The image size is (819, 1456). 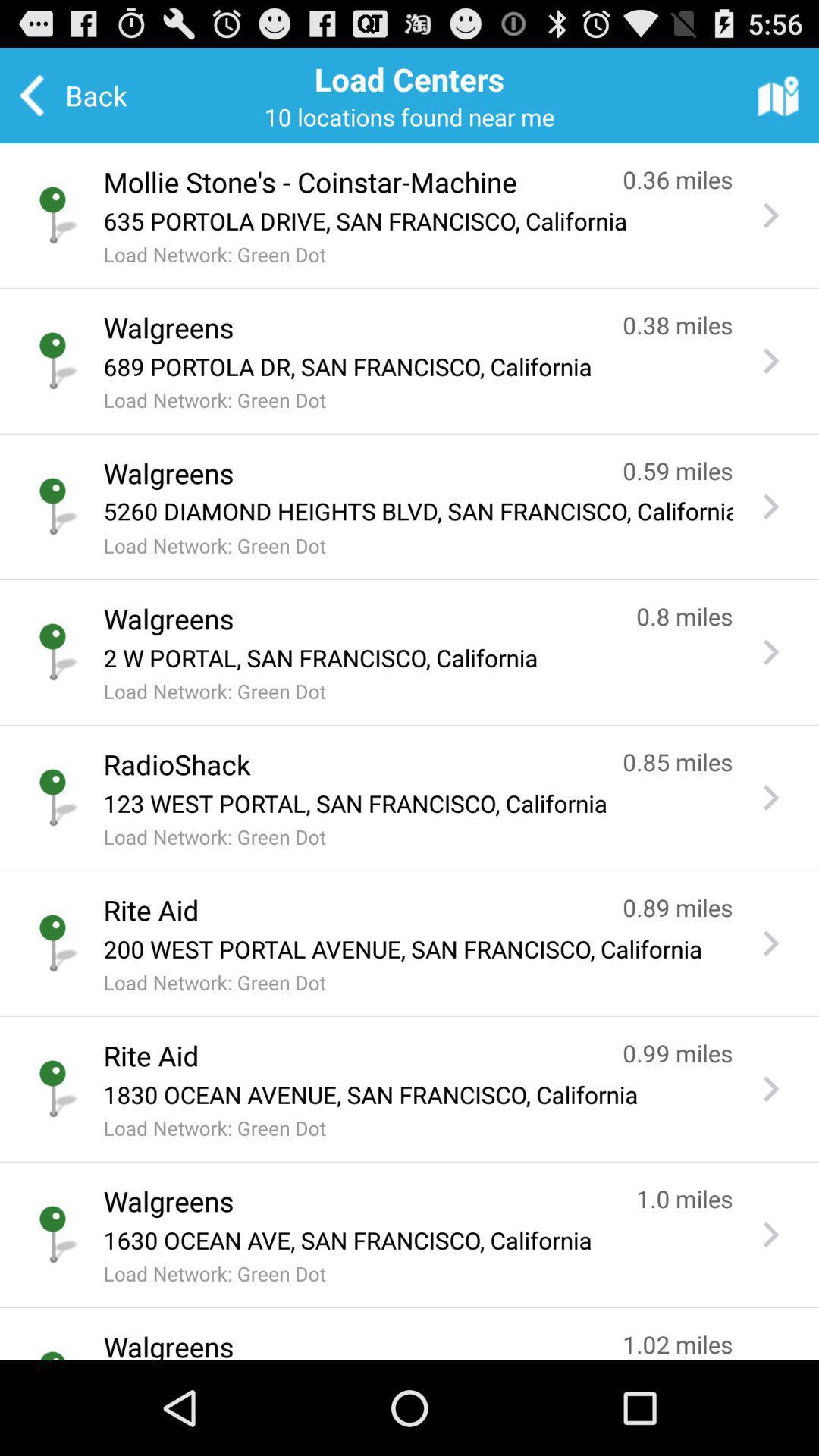 I want to click on app below the load network green item, so click(x=348, y=764).